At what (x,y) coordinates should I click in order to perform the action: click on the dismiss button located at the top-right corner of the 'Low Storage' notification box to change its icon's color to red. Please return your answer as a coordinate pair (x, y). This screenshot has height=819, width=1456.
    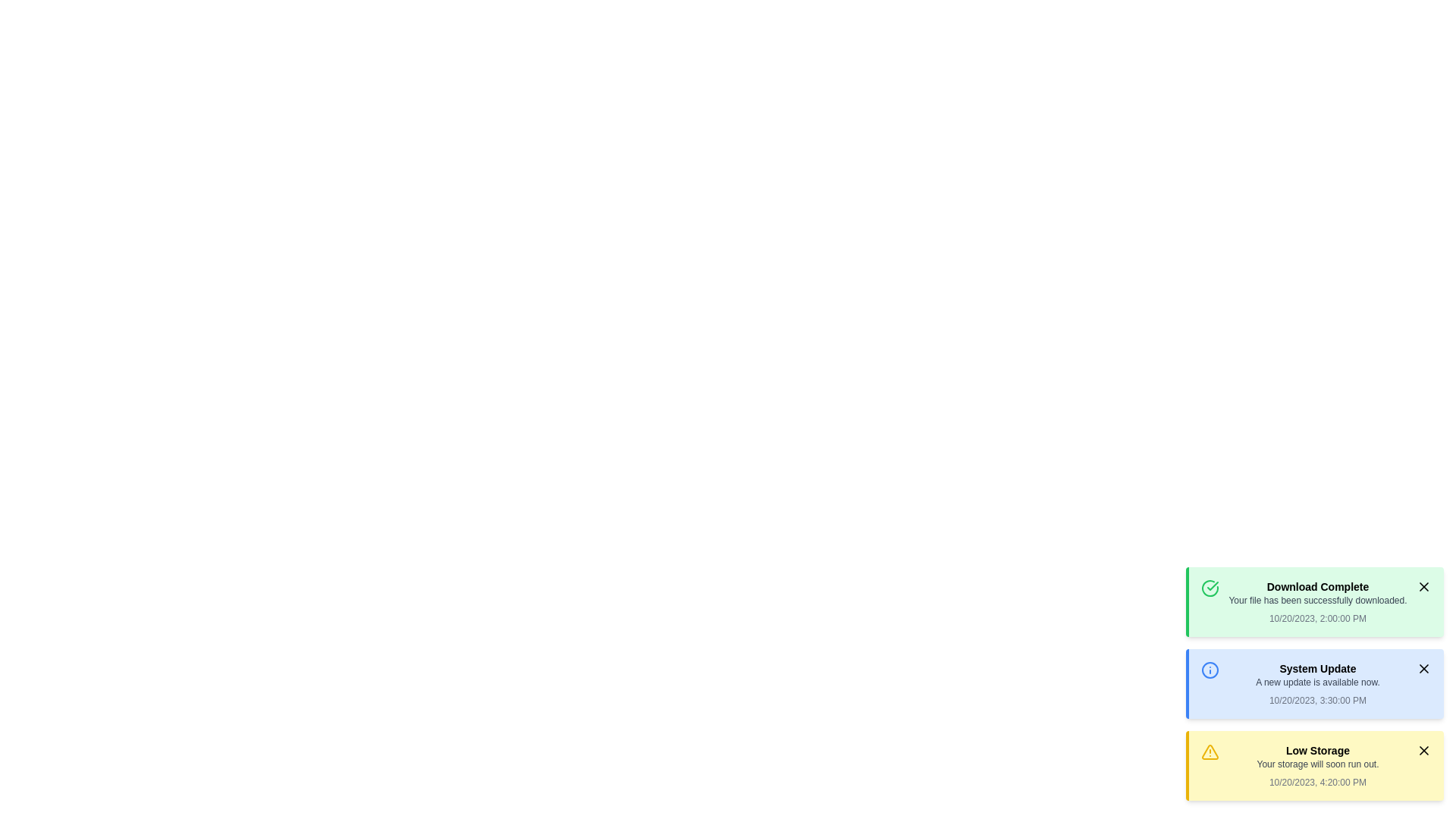
    Looking at the image, I should click on (1423, 751).